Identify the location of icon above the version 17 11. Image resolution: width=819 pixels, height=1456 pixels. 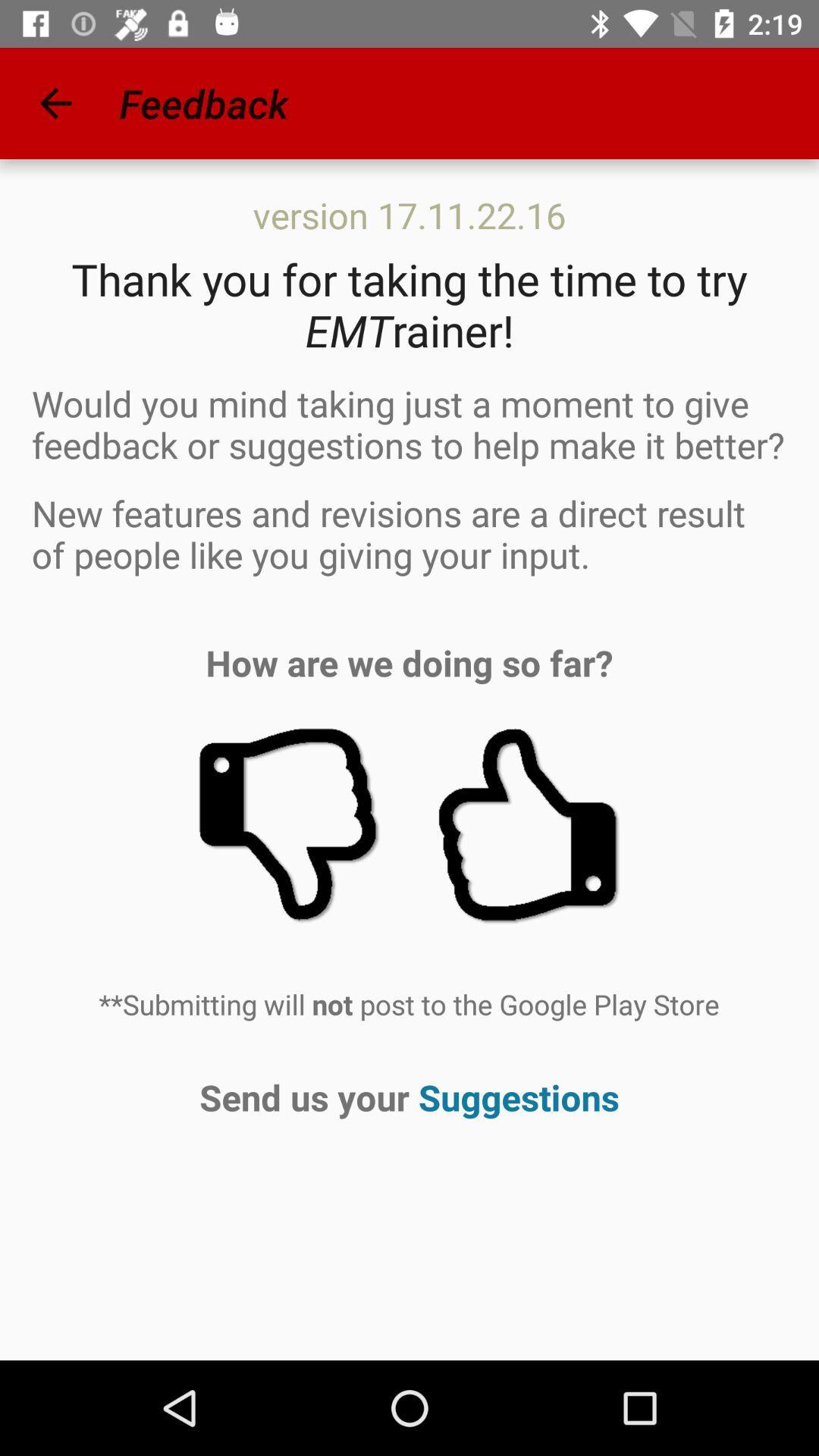
(55, 102).